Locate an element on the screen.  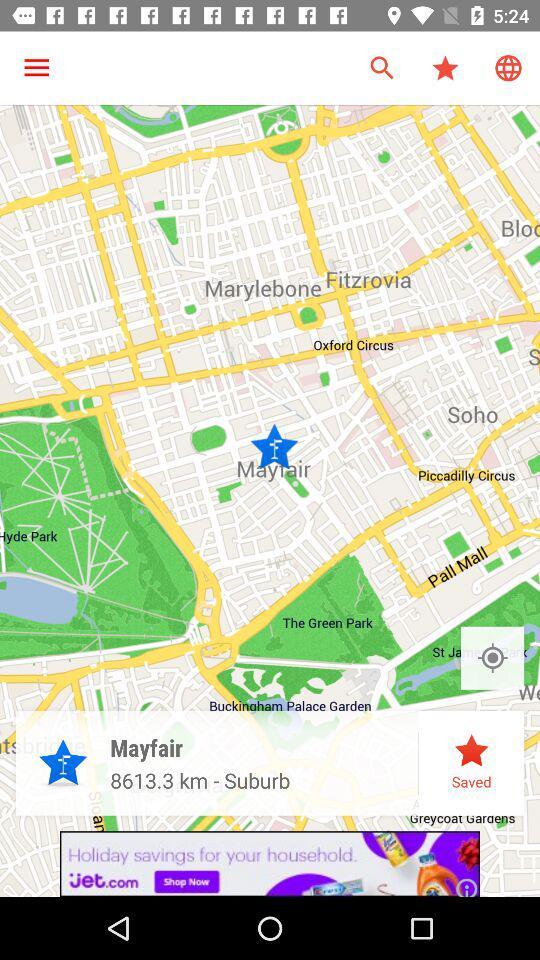
open advertisement is located at coordinates (270, 863).